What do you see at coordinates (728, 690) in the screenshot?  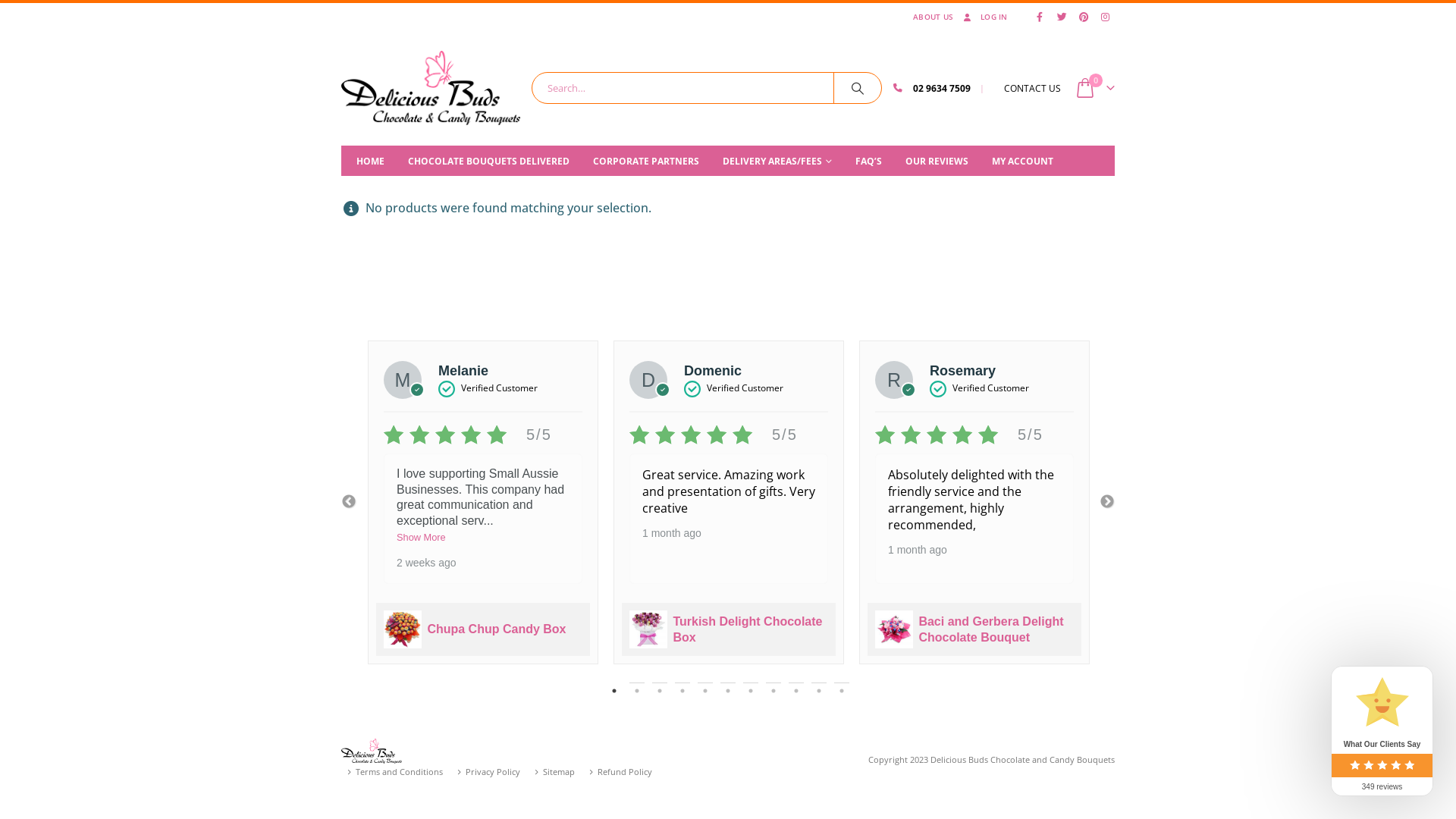 I see `'6'` at bounding box center [728, 690].